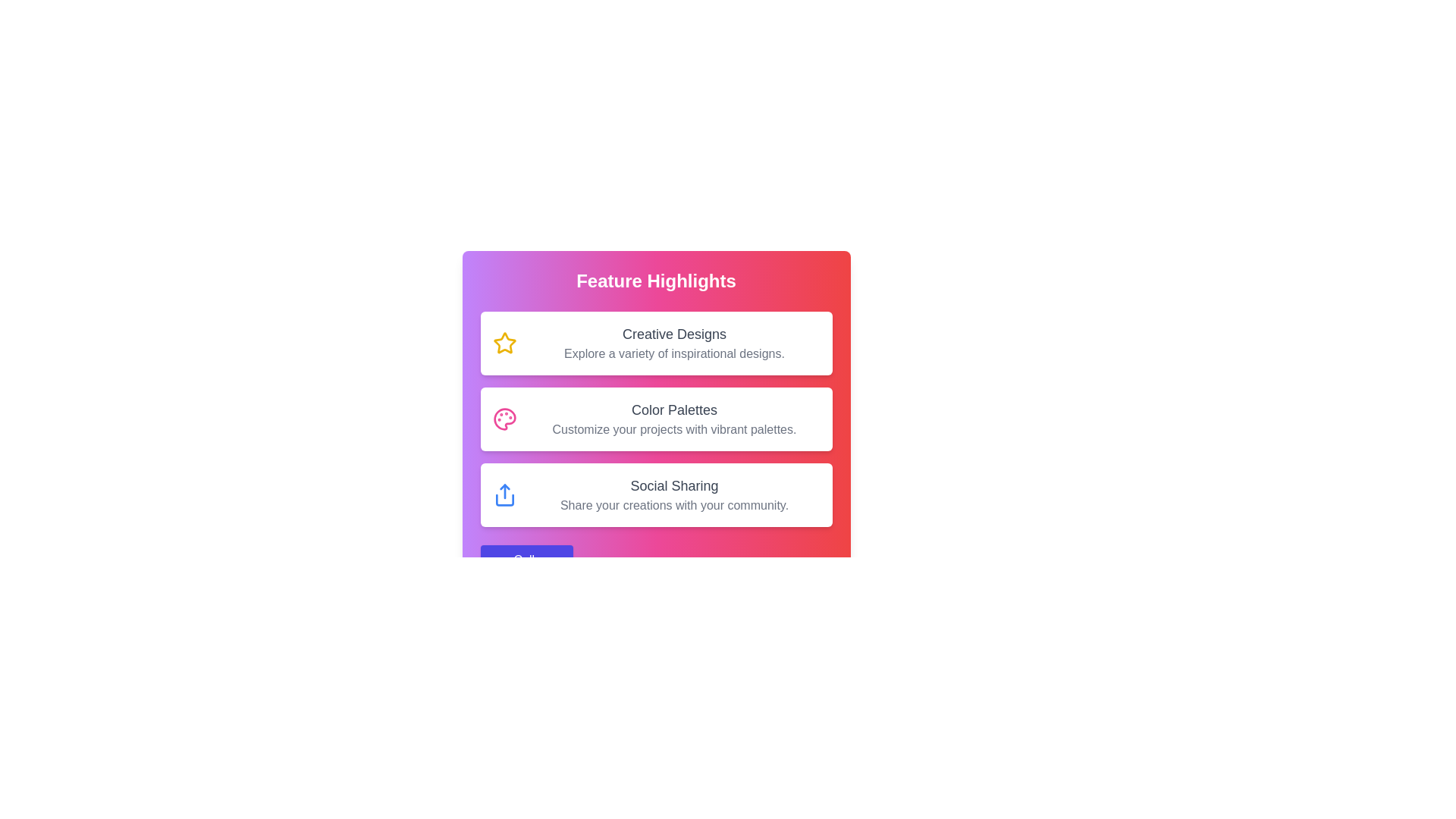  What do you see at coordinates (656, 560) in the screenshot?
I see `the button at the bottom center of the card` at bounding box center [656, 560].